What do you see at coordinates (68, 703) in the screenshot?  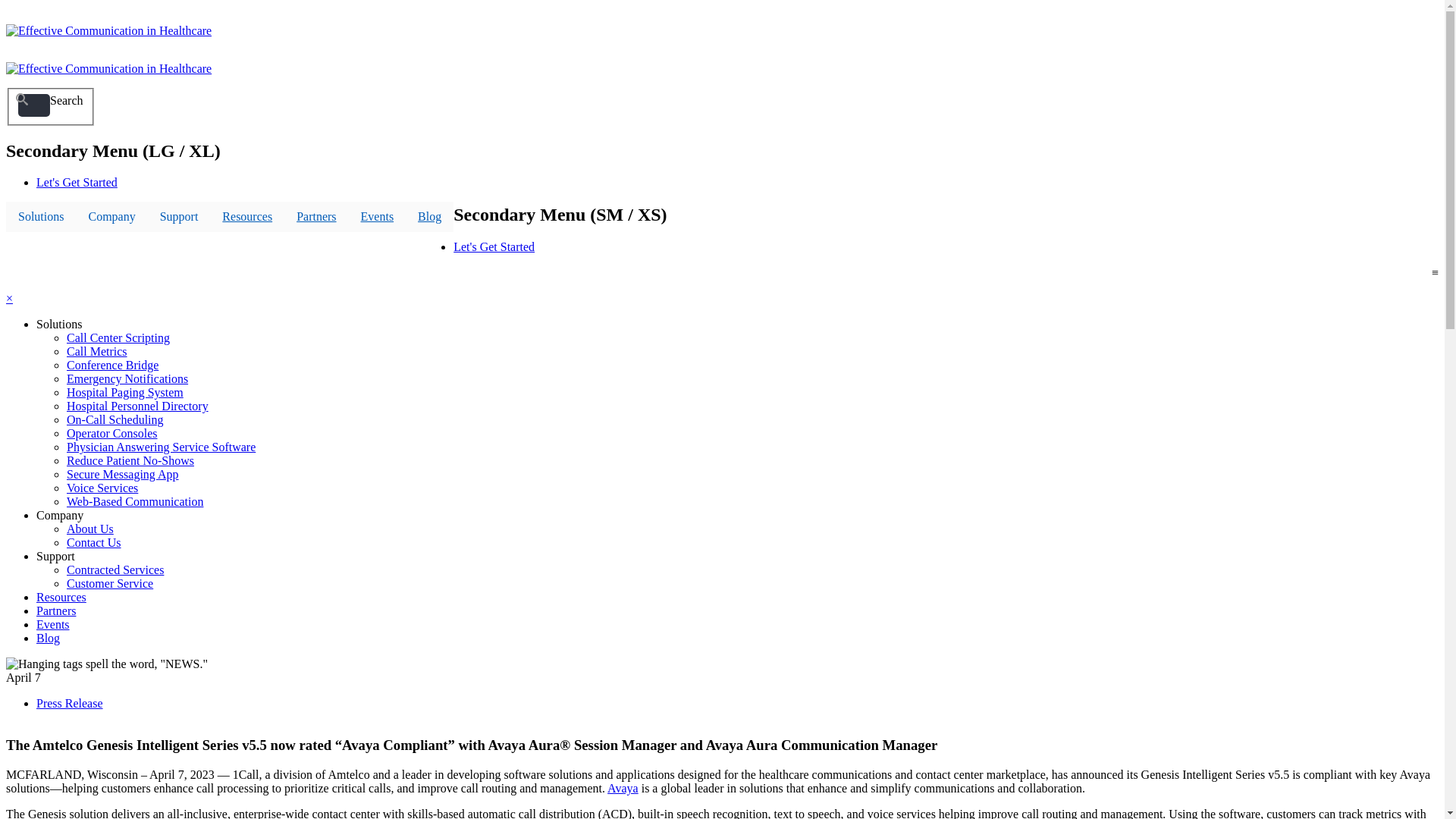 I see `'Press Release'` at bounding box center [68, 703].